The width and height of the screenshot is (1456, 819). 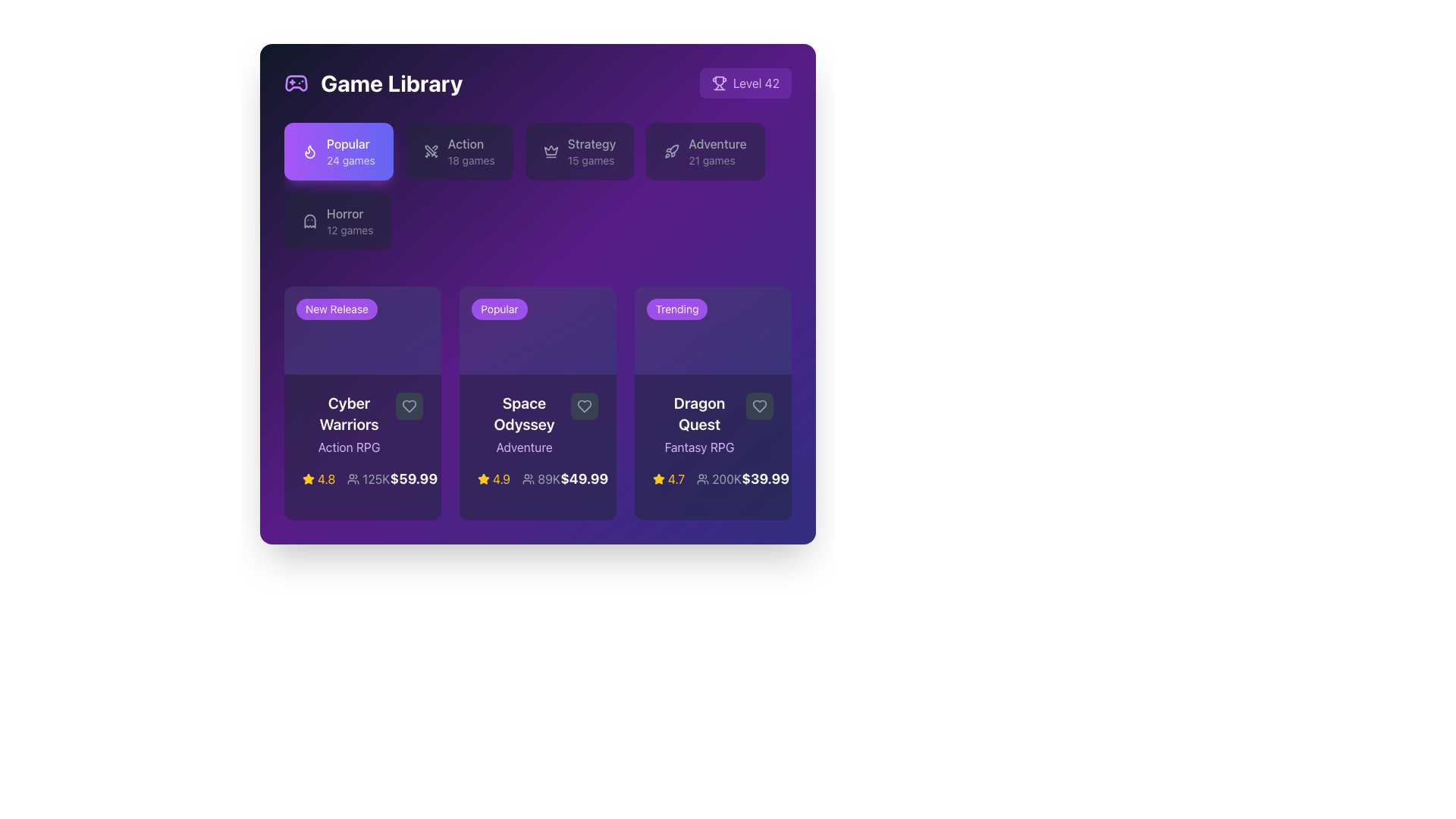 What do you see at coordinates (296, 83) in the screenshot?
I see `the first icon from the left in the header section next to the 'Game Library' title` at bounding box center [296, 83].